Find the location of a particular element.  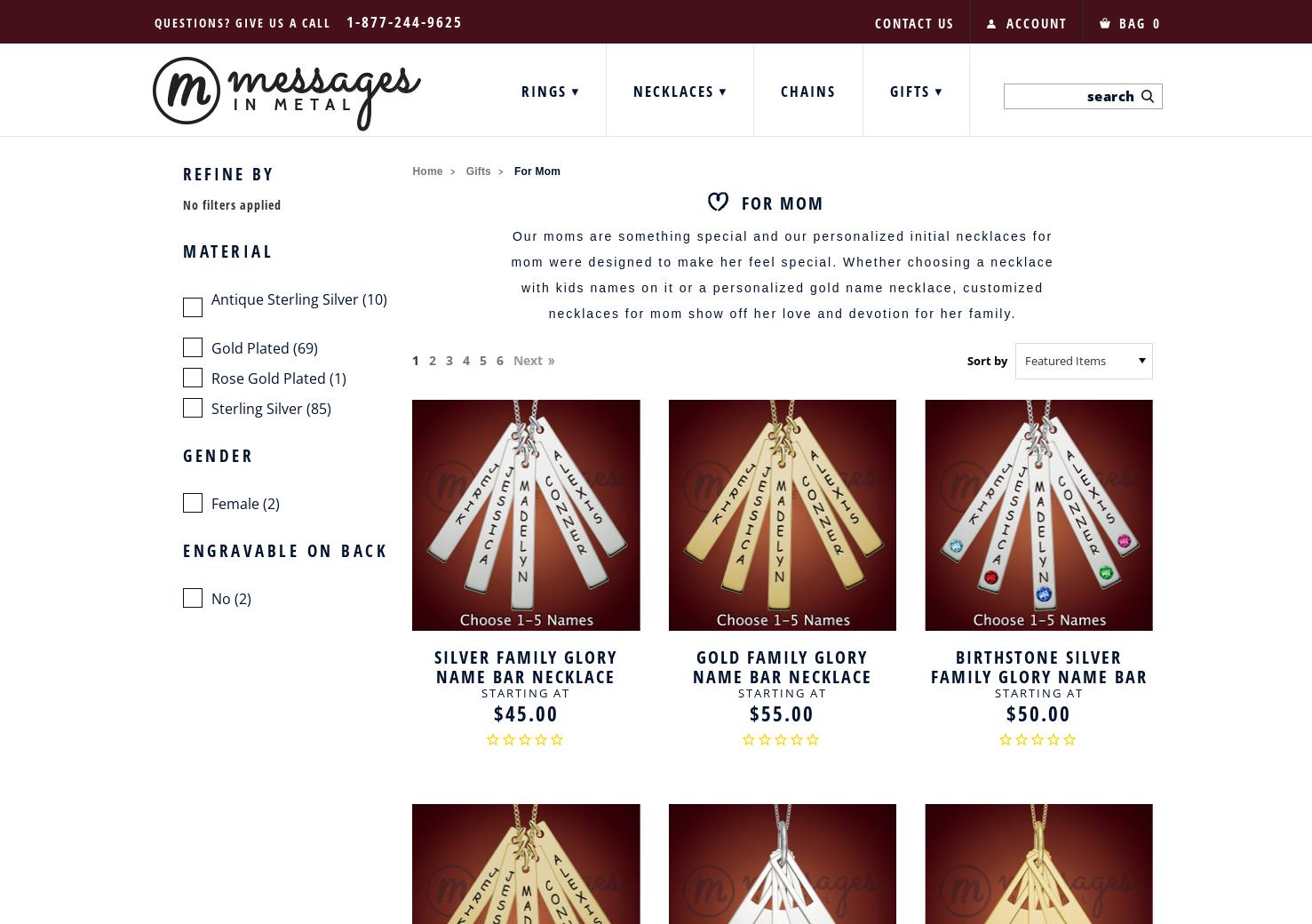

'Material' is located at coordinates (182, 250).